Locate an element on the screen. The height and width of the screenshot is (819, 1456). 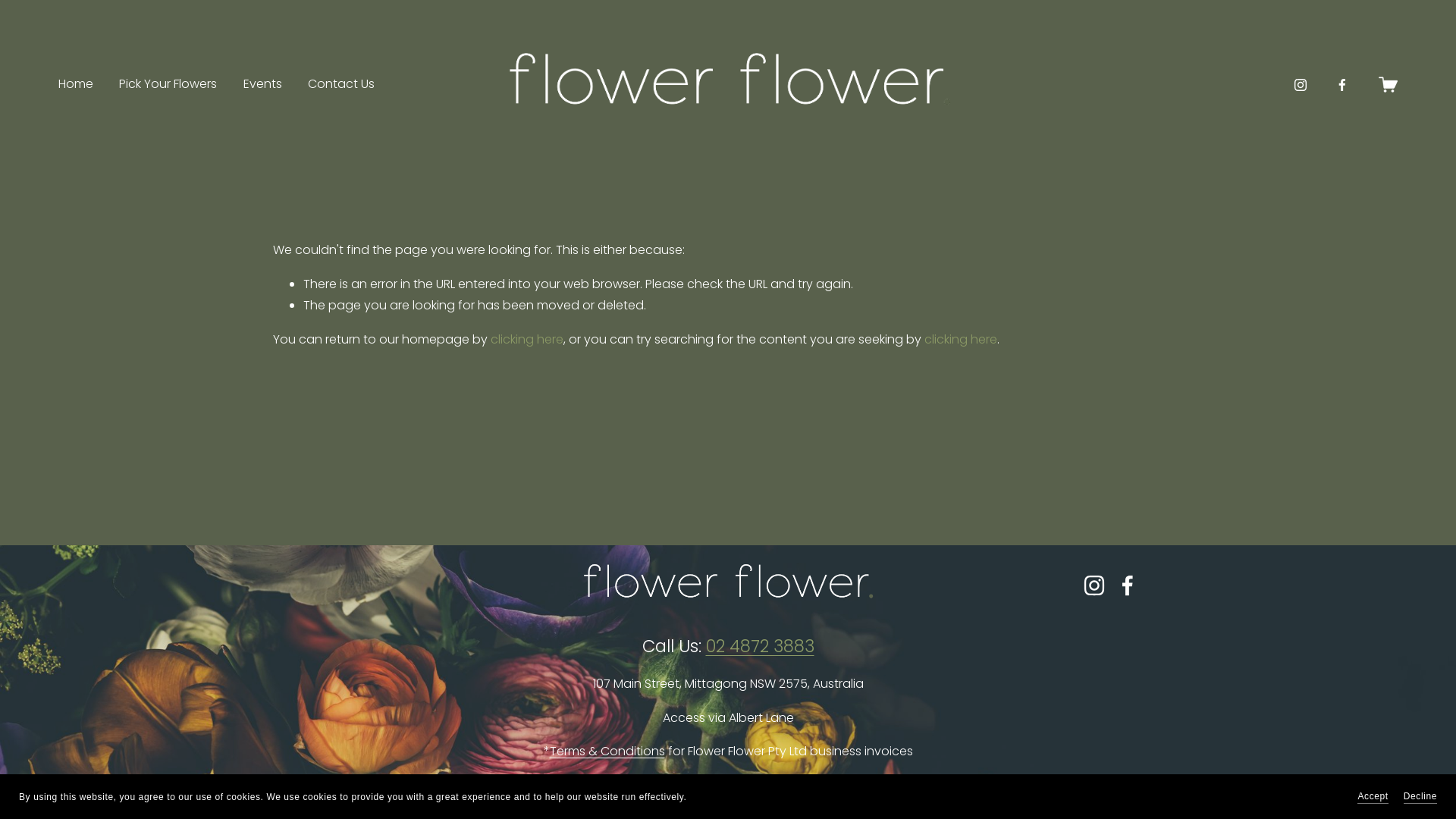
'Events' is located at coordinates (262, 84).